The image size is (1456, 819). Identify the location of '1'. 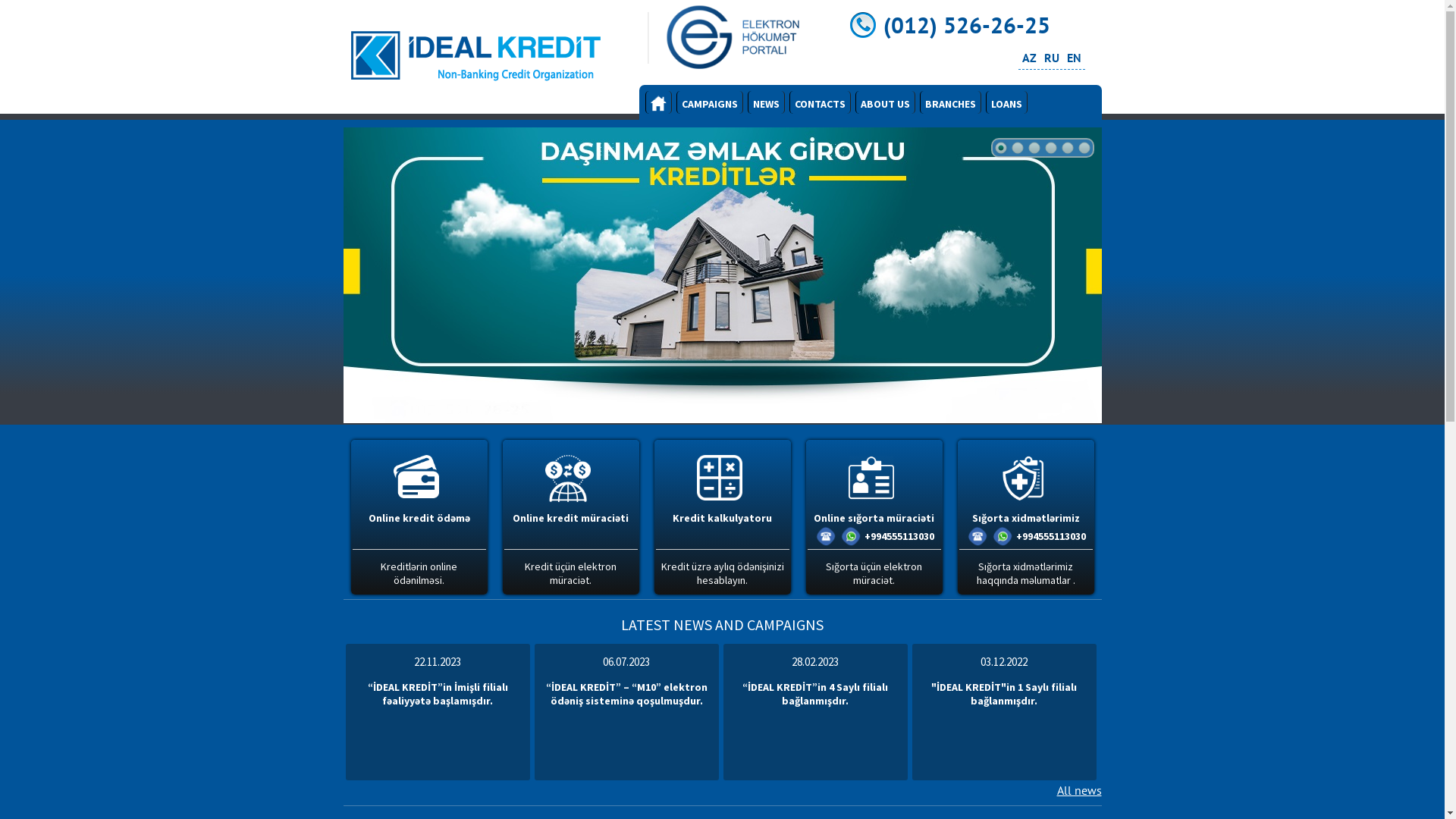
(1000, 148).